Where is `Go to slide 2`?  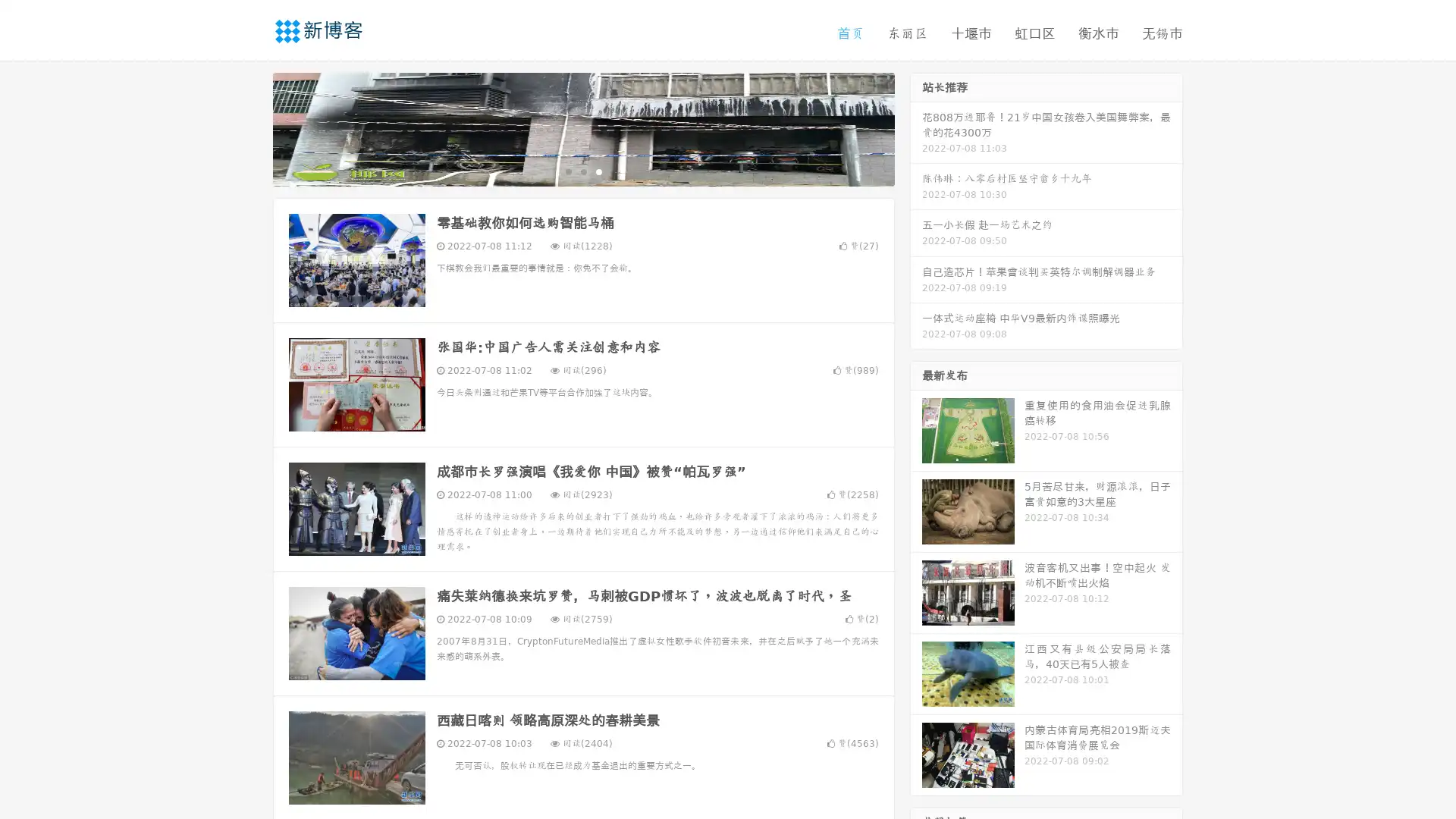 Go to slide 2 is located at coordinates (582, 171).